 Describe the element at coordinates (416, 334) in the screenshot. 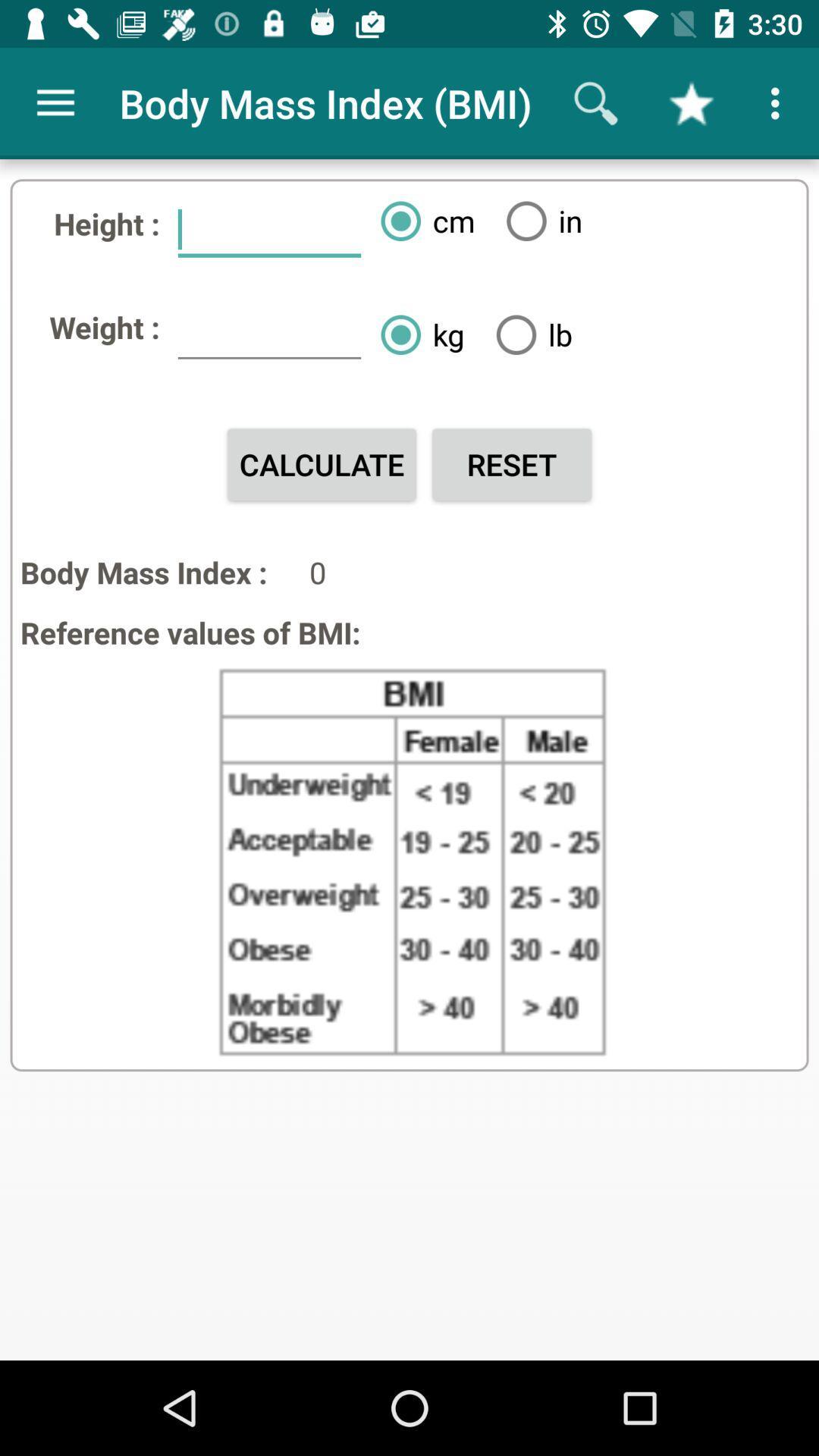

I see `kg` at that location.